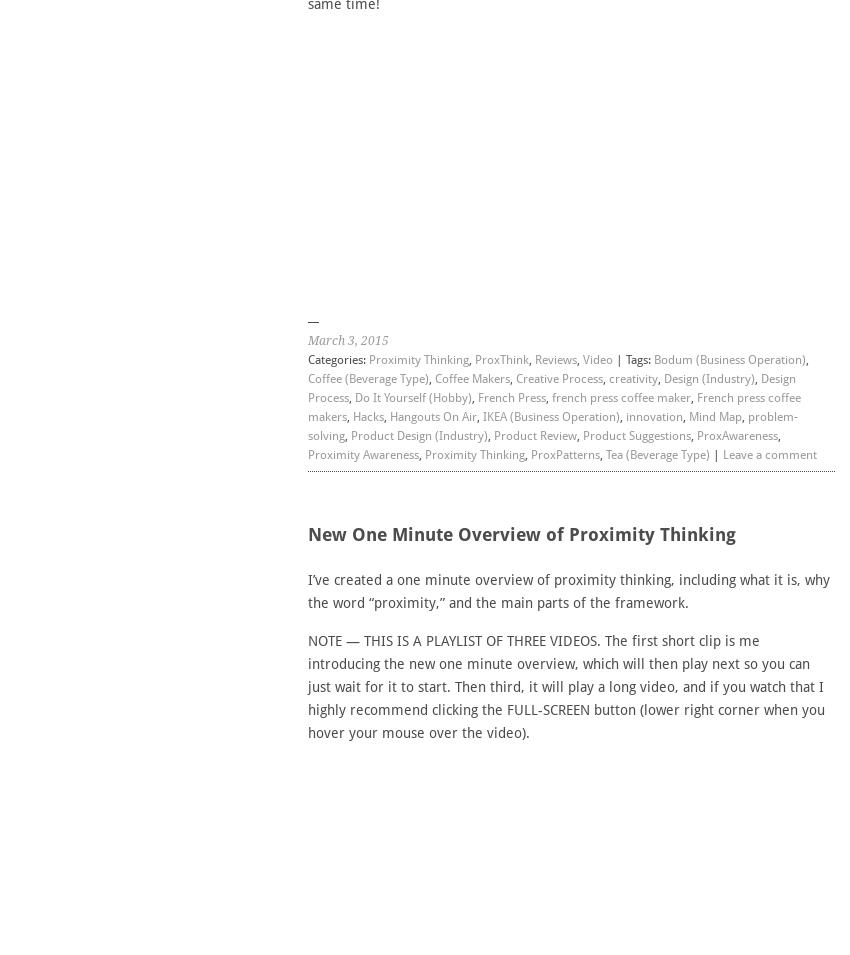  I want to click on 'innovation', so click(653, 415).